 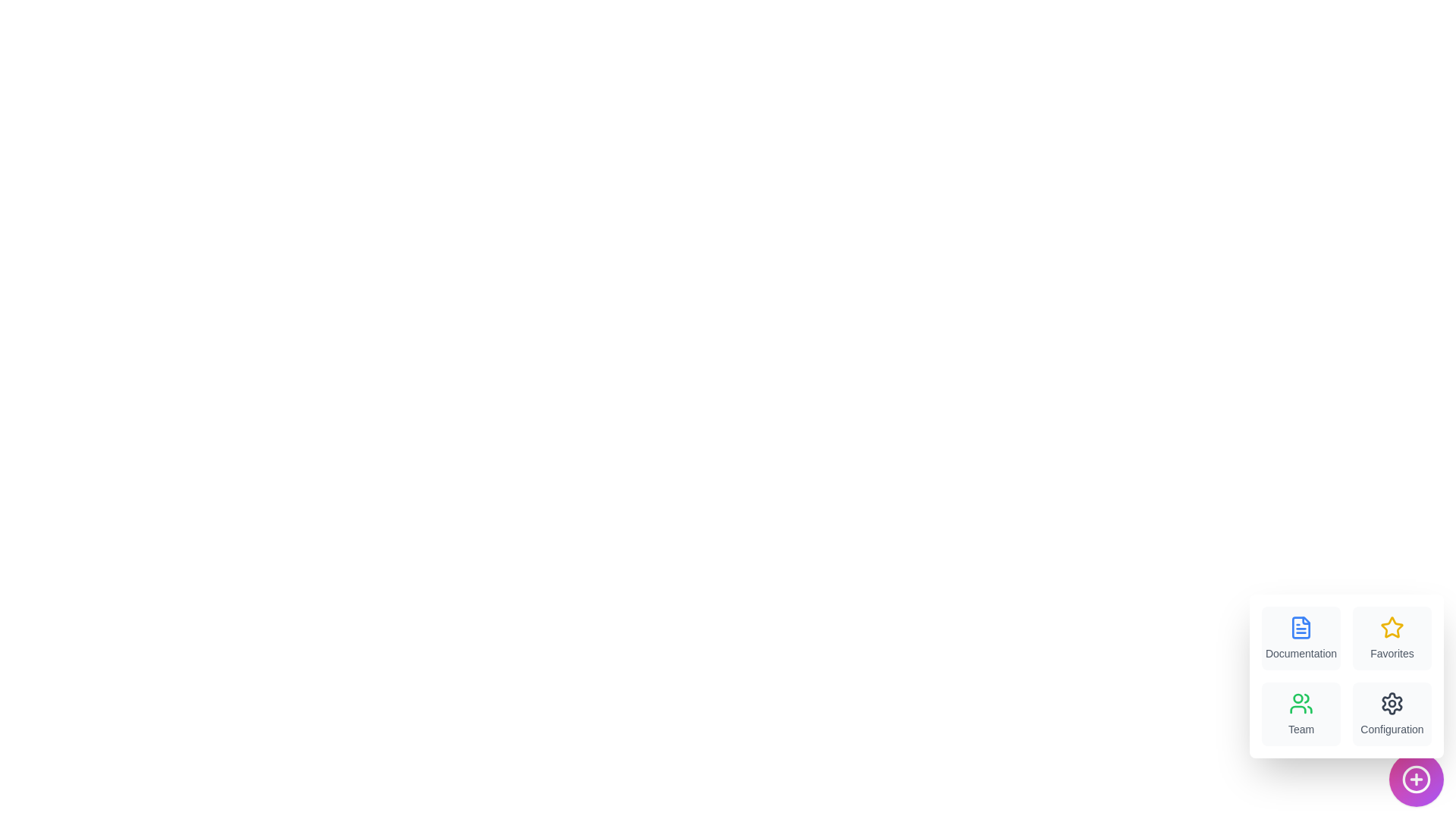 I want to click on the menu item labeled Documentation to trigger its associated action, so click(x=1301, y=638).